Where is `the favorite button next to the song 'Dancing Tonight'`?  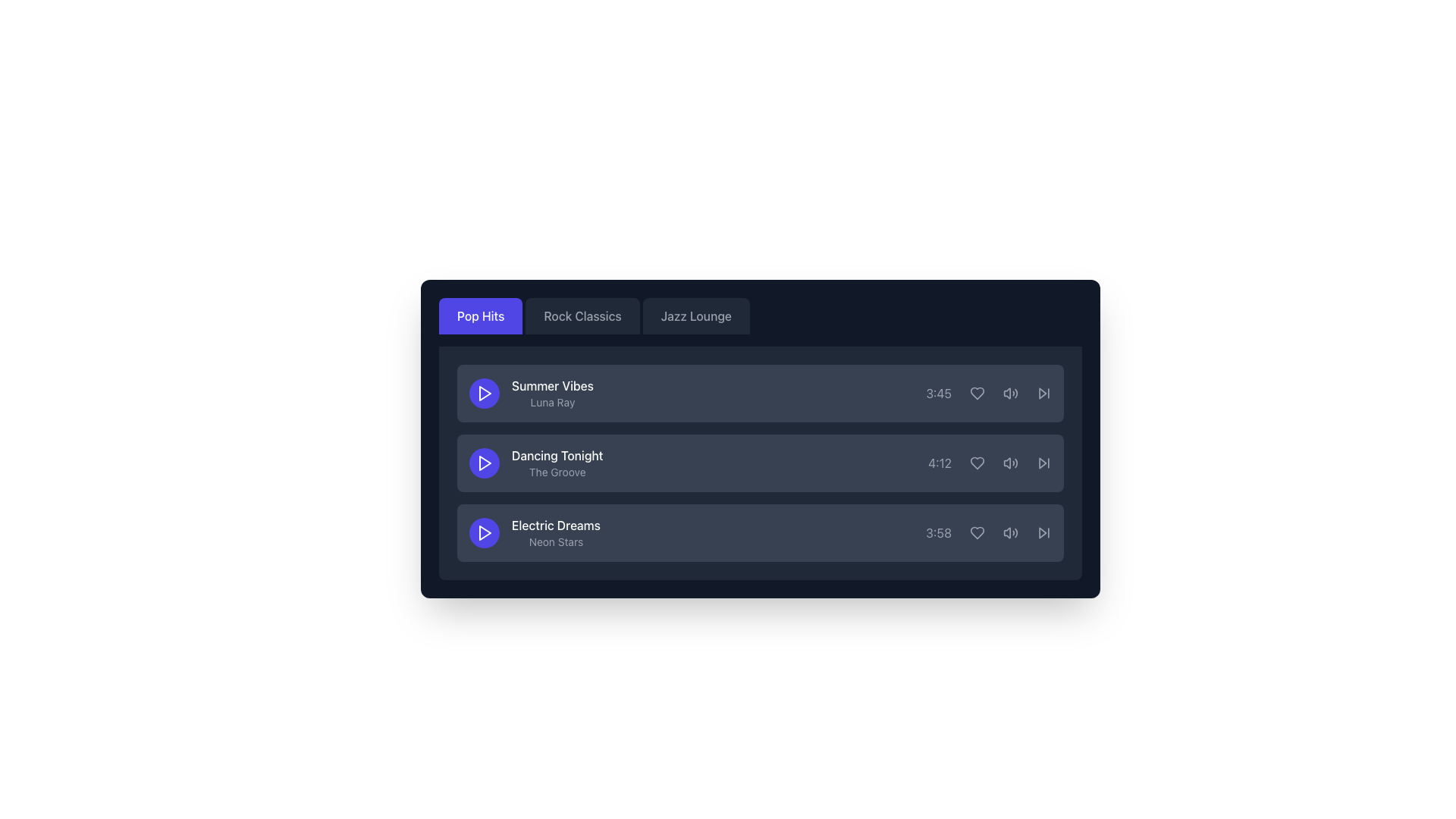 the favorite button next to the song 'Dancing Tonight' is located at coordinates (977, 462).